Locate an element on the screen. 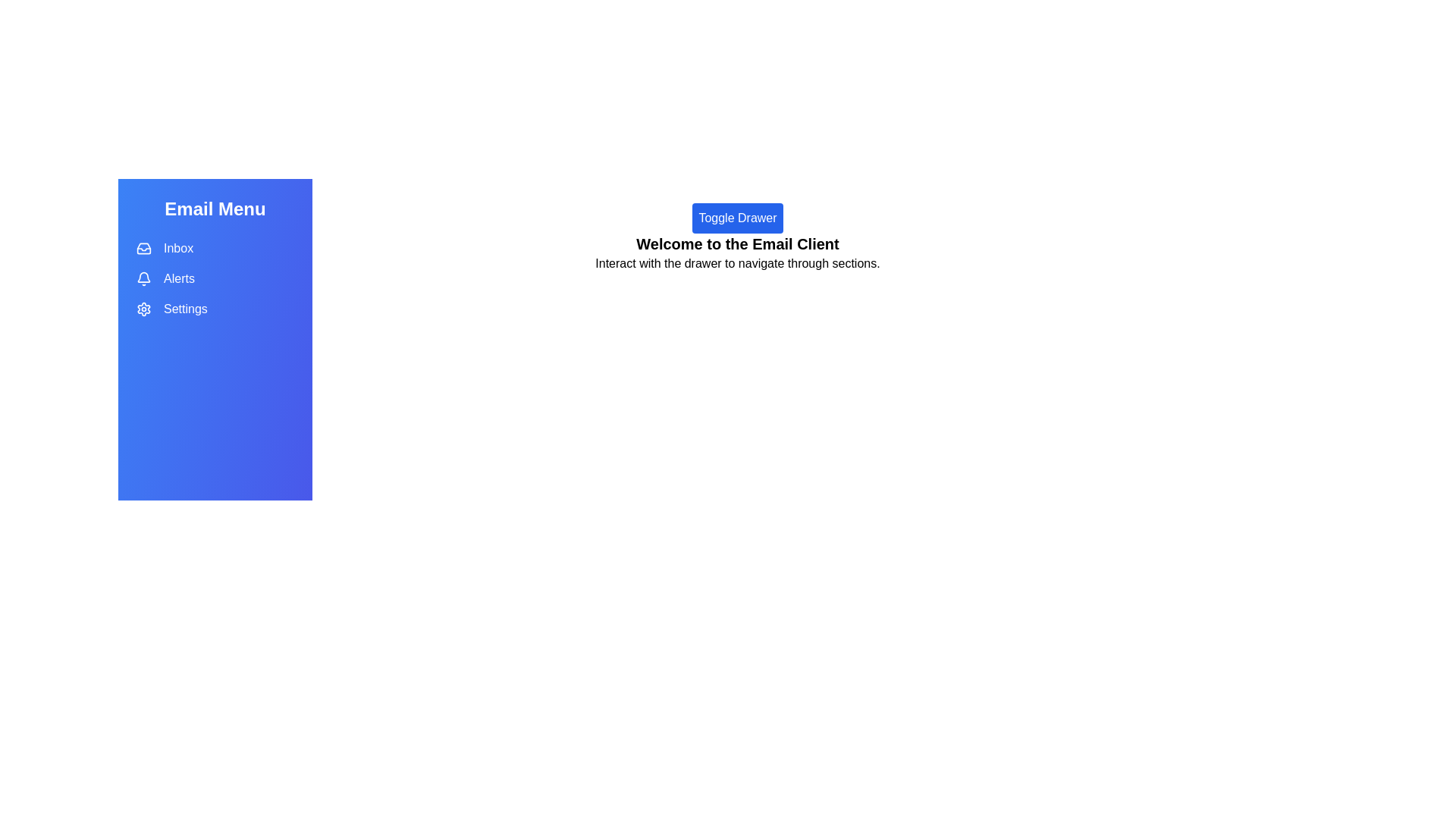  the menu item Settings to navigate to the corresponding section is located at coordinates (214, 309).